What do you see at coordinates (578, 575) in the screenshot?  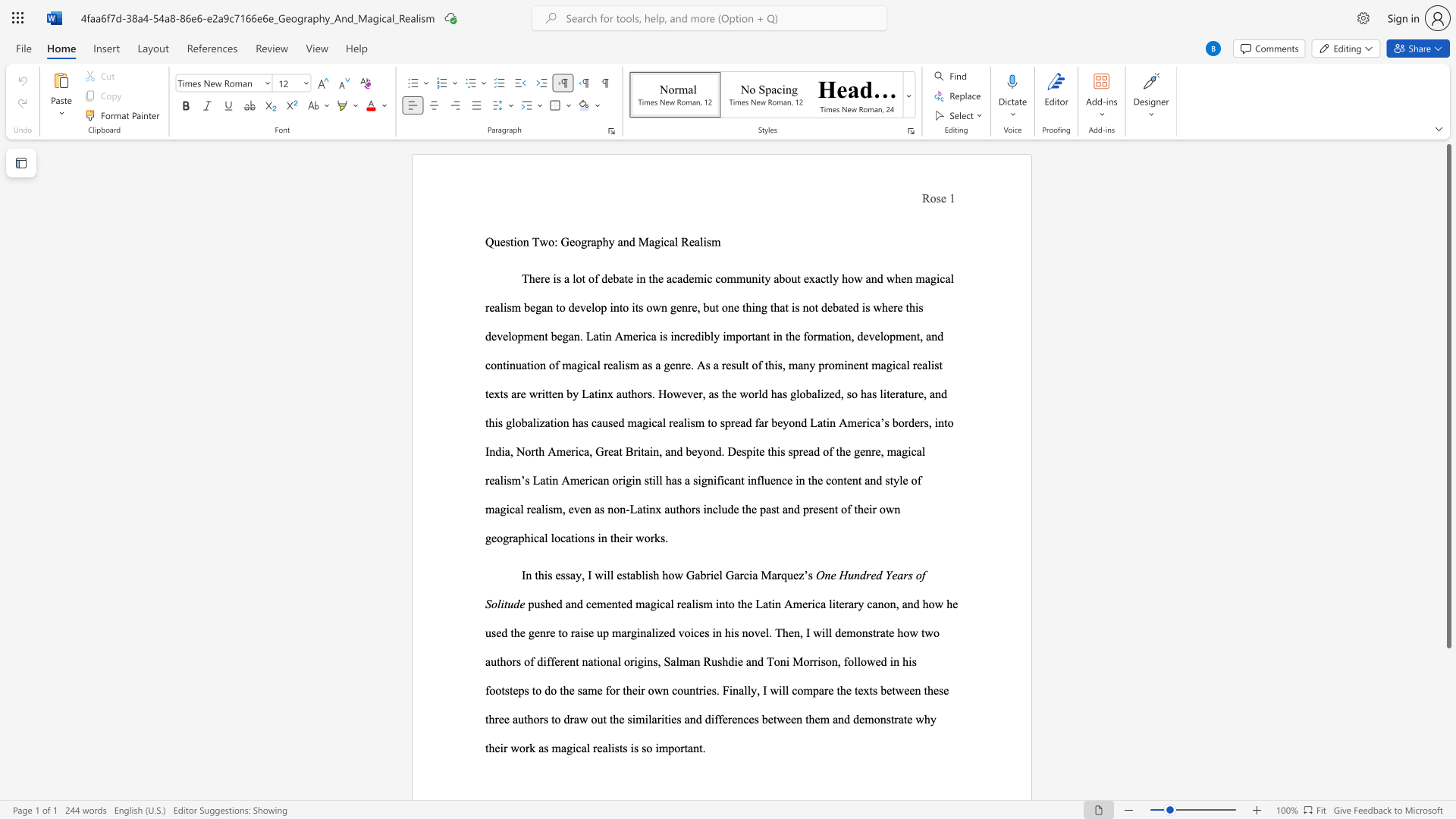 I see `the 1th character "y" in the text` at bounding box center [578, 575].